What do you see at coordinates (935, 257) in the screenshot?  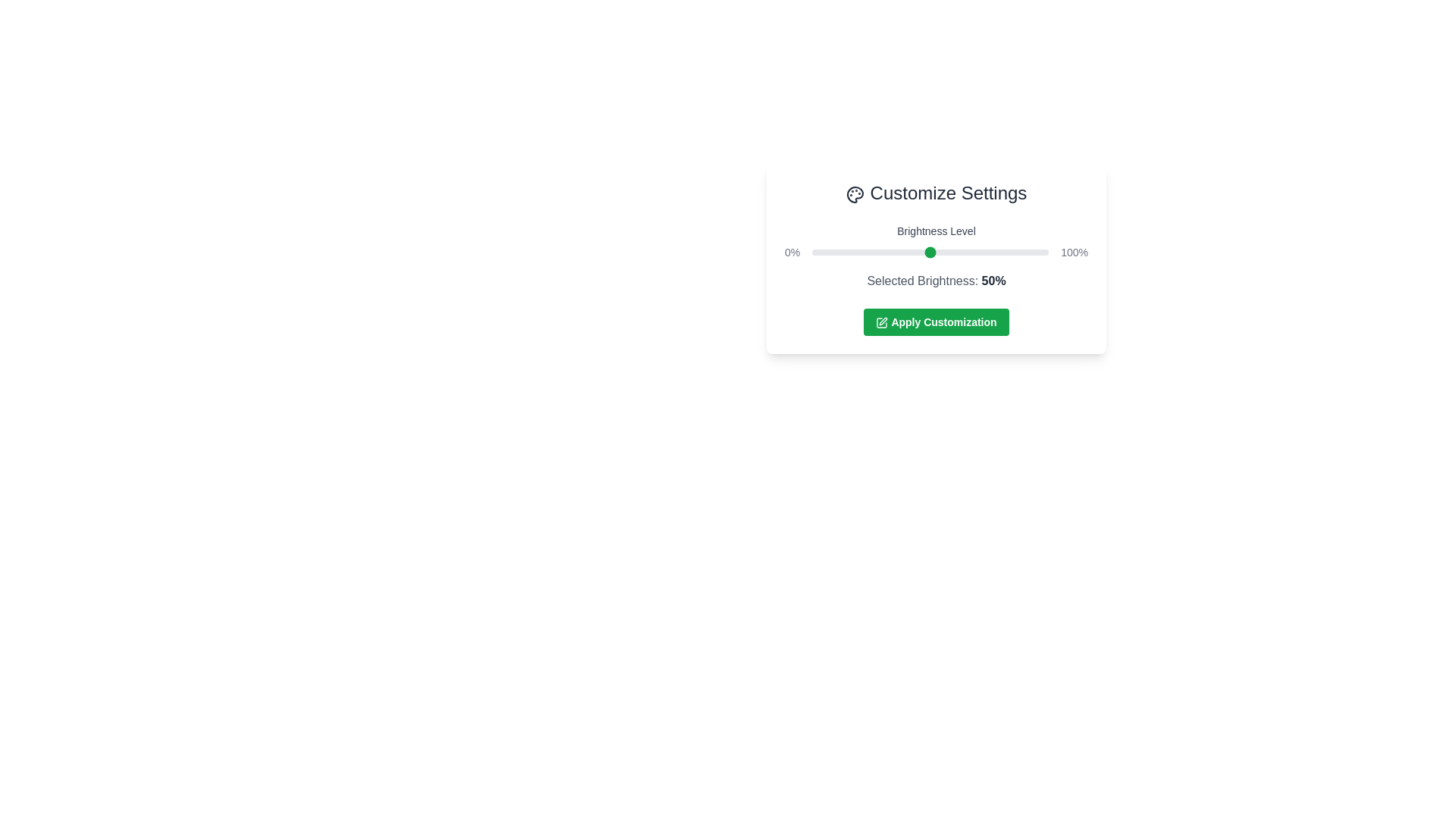 I see `the 'Apply Customization' button in the settings panel to apply the changes` at bounding box center [935, 257].